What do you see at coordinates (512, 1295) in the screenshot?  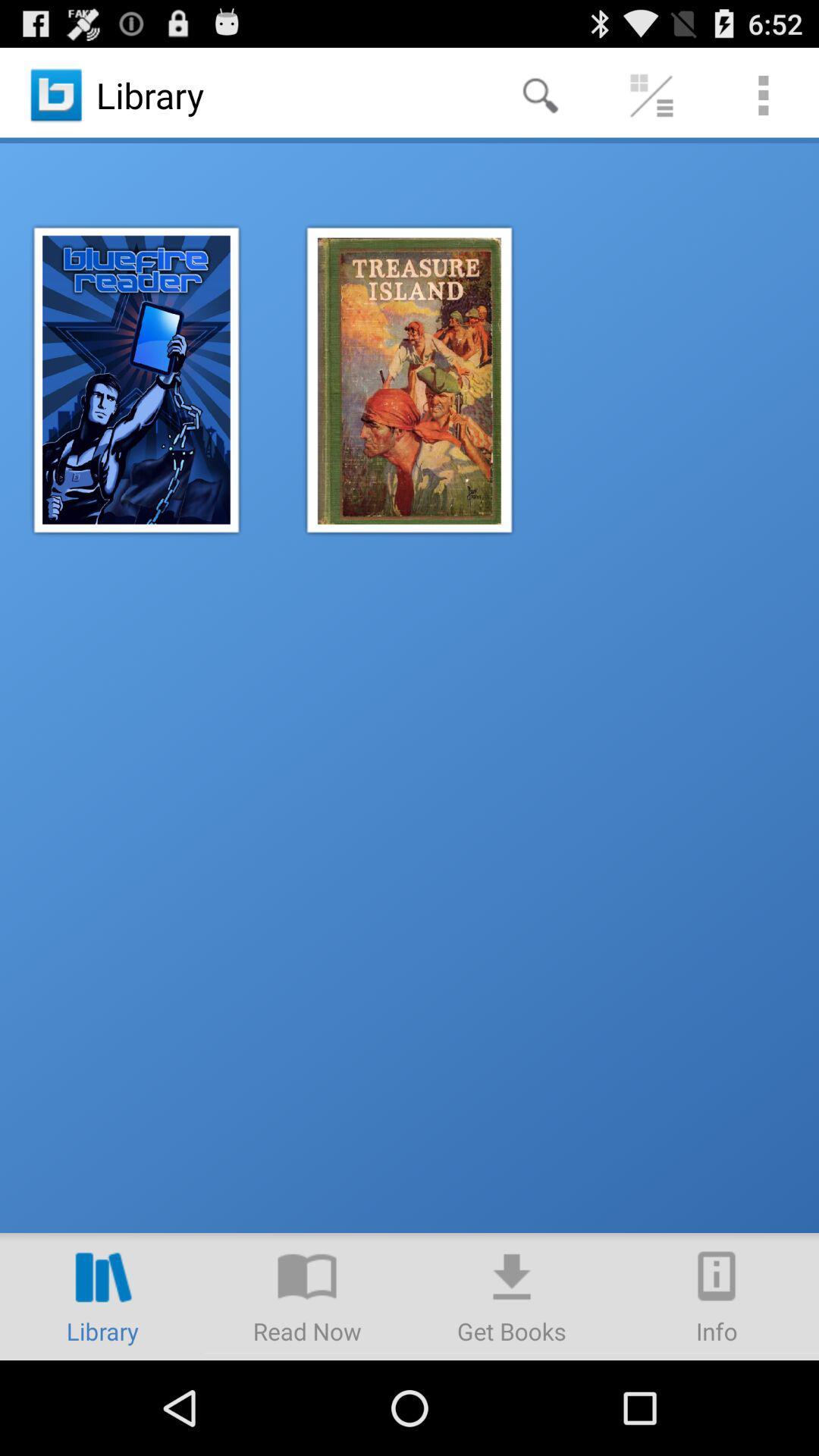 I see `download option` at bounding box center [512, 1295].